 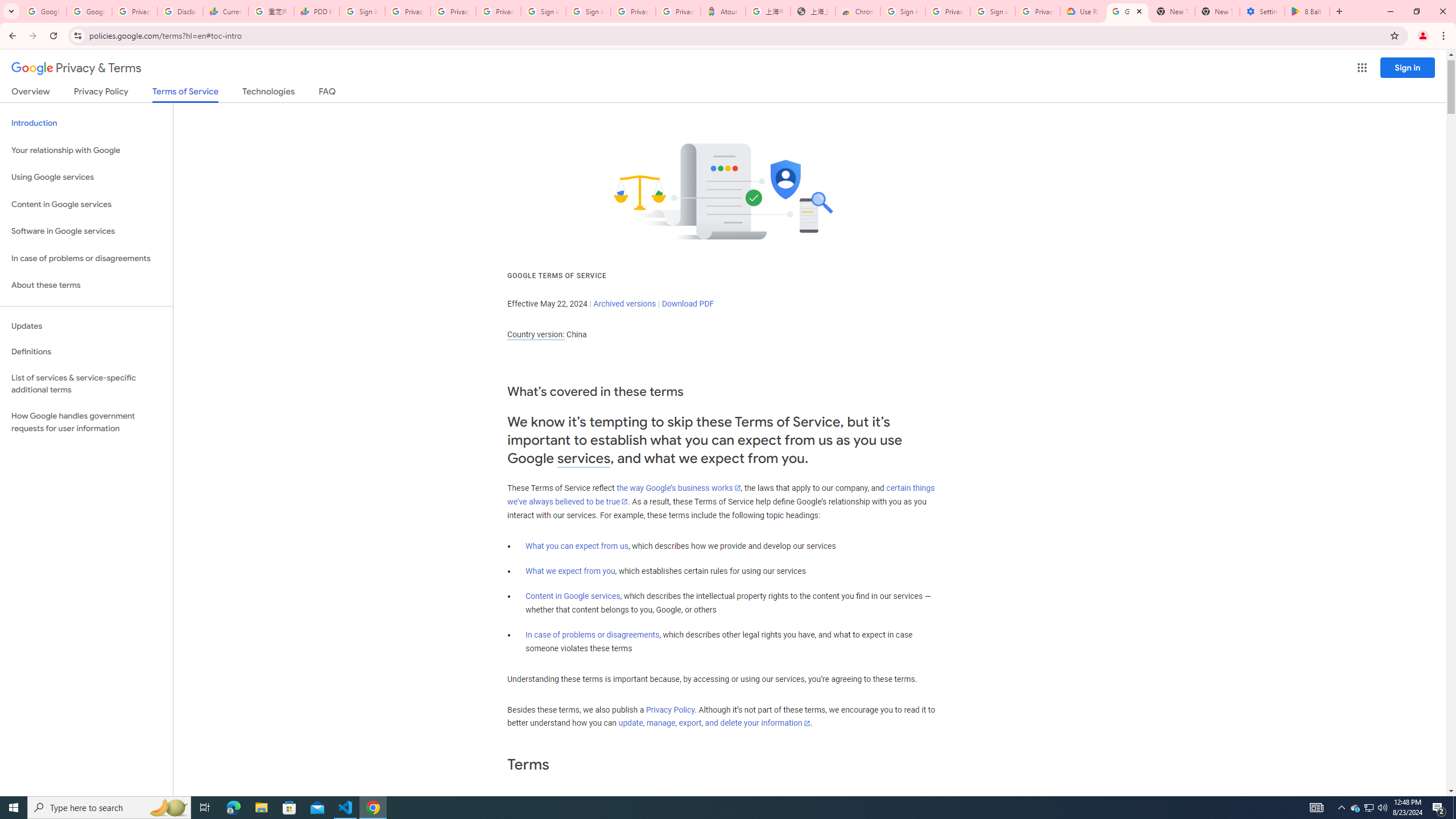 I want to click on 'Atour Hotel - Google hotels', so click(x=723, y=11).